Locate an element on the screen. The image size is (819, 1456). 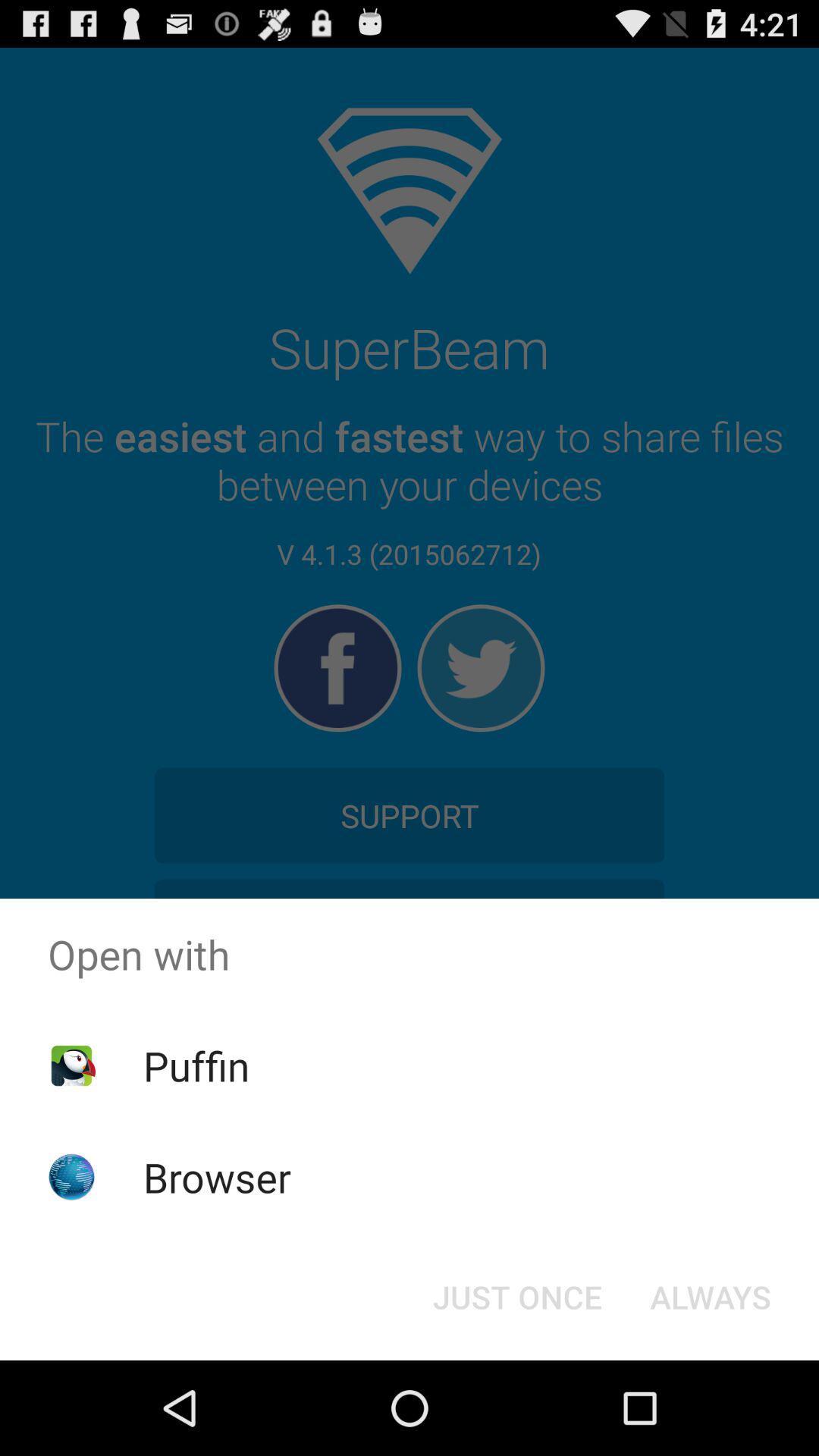
the just once at the bottom is located at coordinates (516, 1295).